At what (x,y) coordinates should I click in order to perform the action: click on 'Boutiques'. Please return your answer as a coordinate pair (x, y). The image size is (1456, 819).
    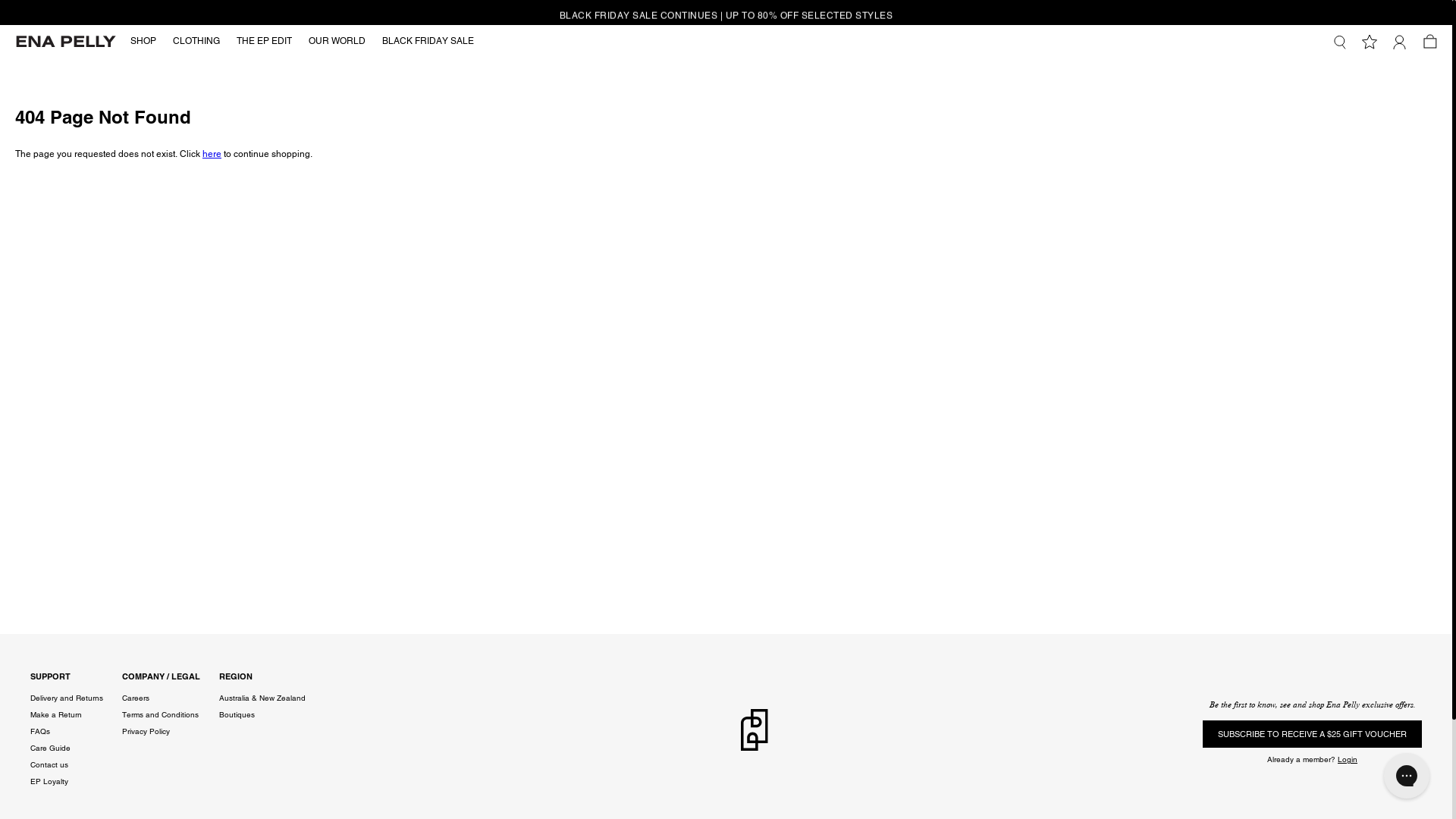
    Looking at the image, I should click on (236, 714).